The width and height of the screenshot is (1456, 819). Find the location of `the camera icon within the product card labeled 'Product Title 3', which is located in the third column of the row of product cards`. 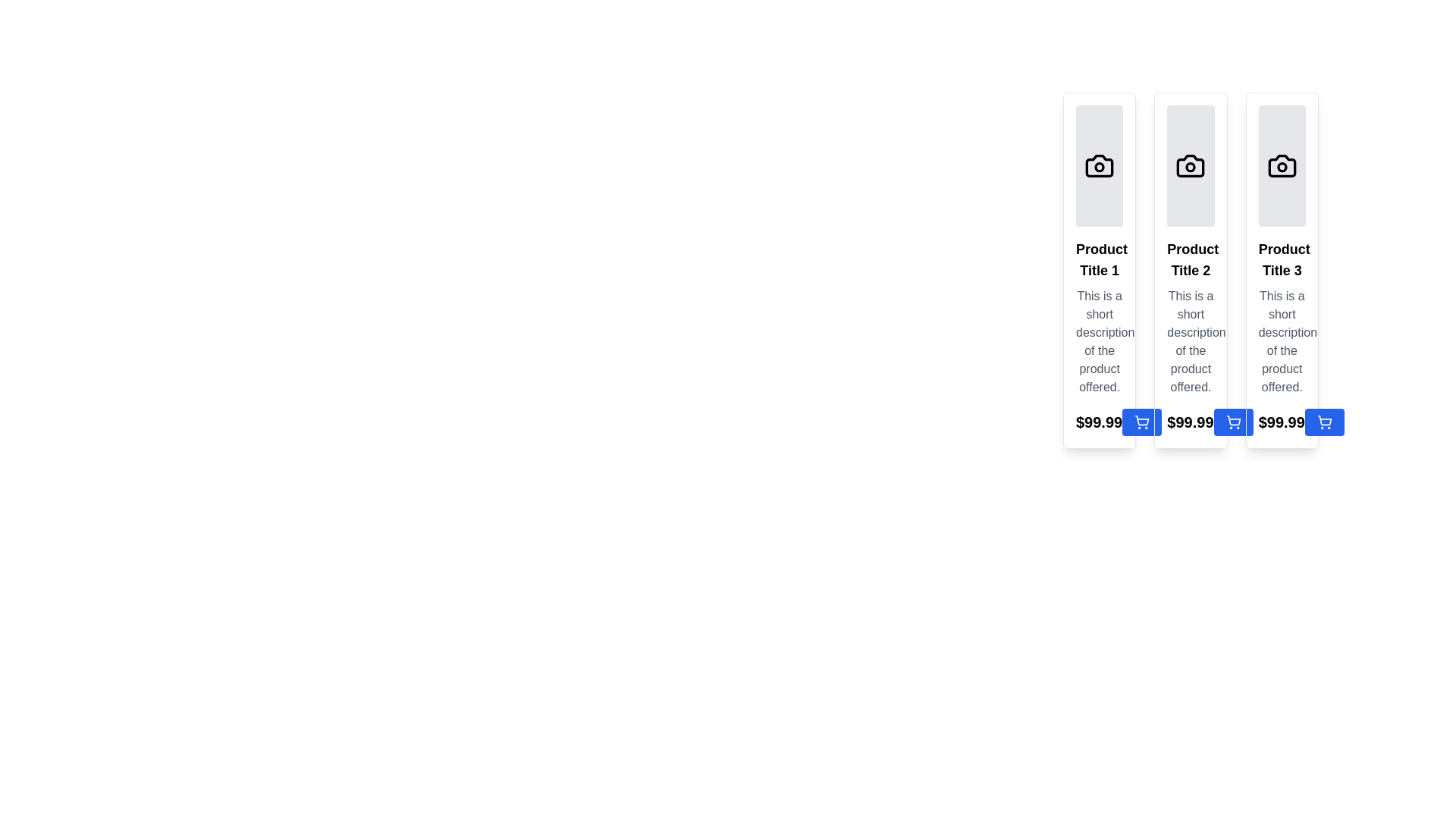

the camera icon within the product card labeled 'Product Title 3', which is located in the third column of the row of product cards is located at coordinates (1281, 166).